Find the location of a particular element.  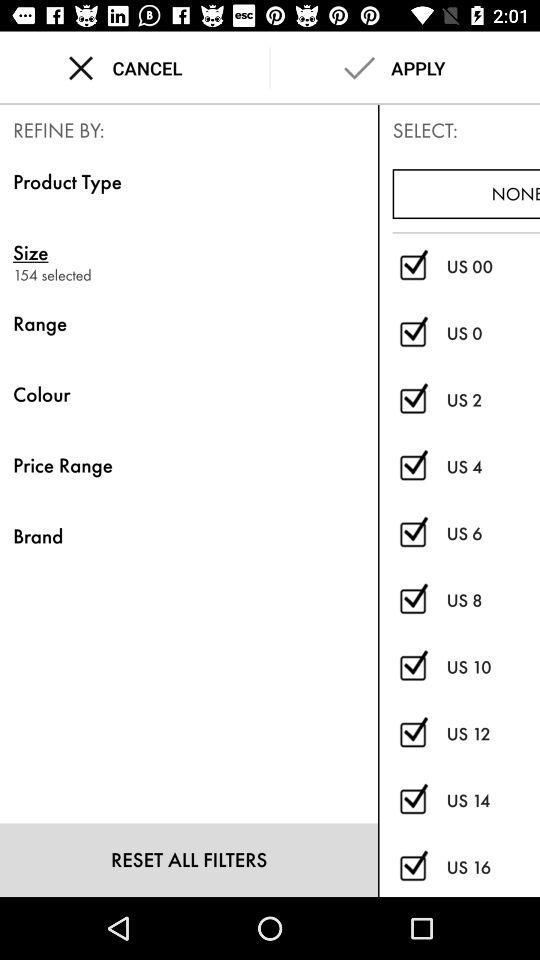

item above the us 14 icon is located at coordinates (492, 733).